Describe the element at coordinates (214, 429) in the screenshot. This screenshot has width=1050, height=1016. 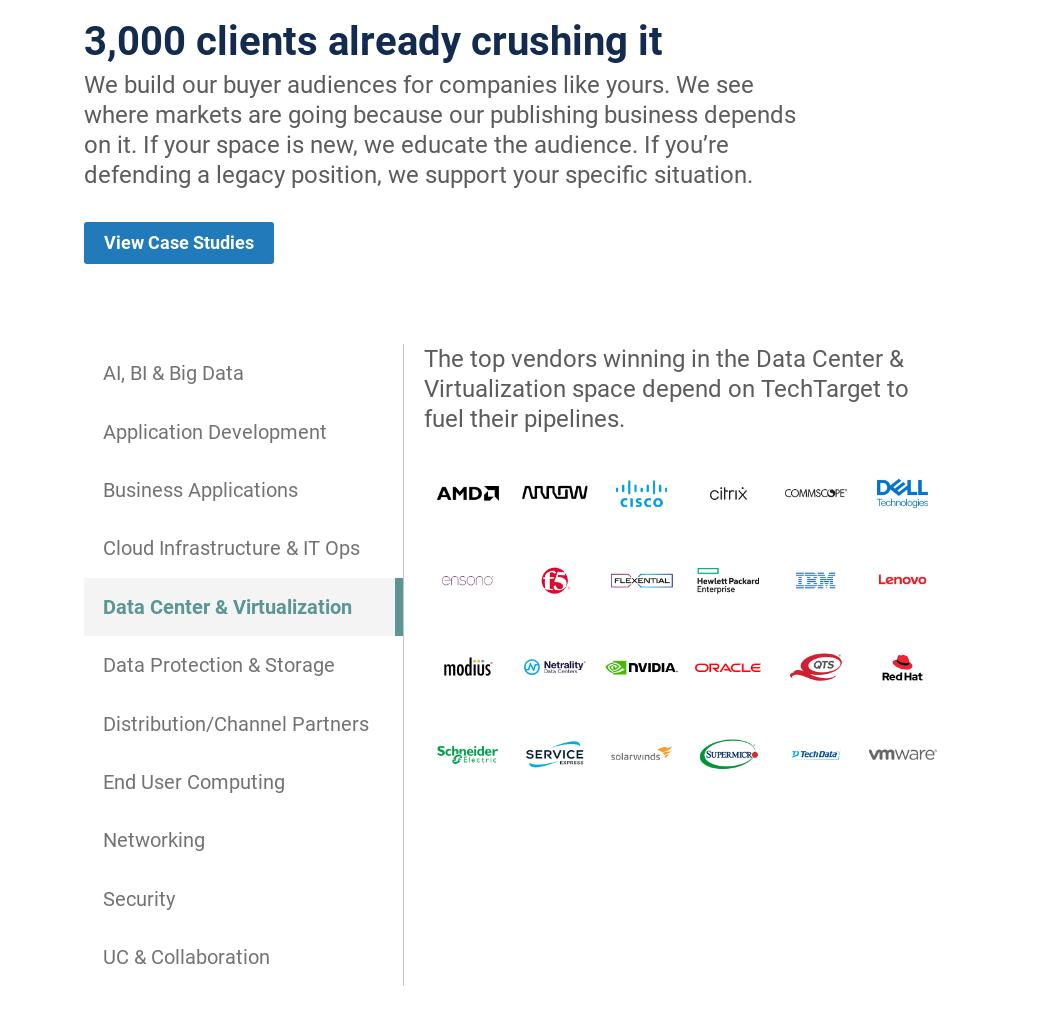
I see `'Application Development'` at that location.